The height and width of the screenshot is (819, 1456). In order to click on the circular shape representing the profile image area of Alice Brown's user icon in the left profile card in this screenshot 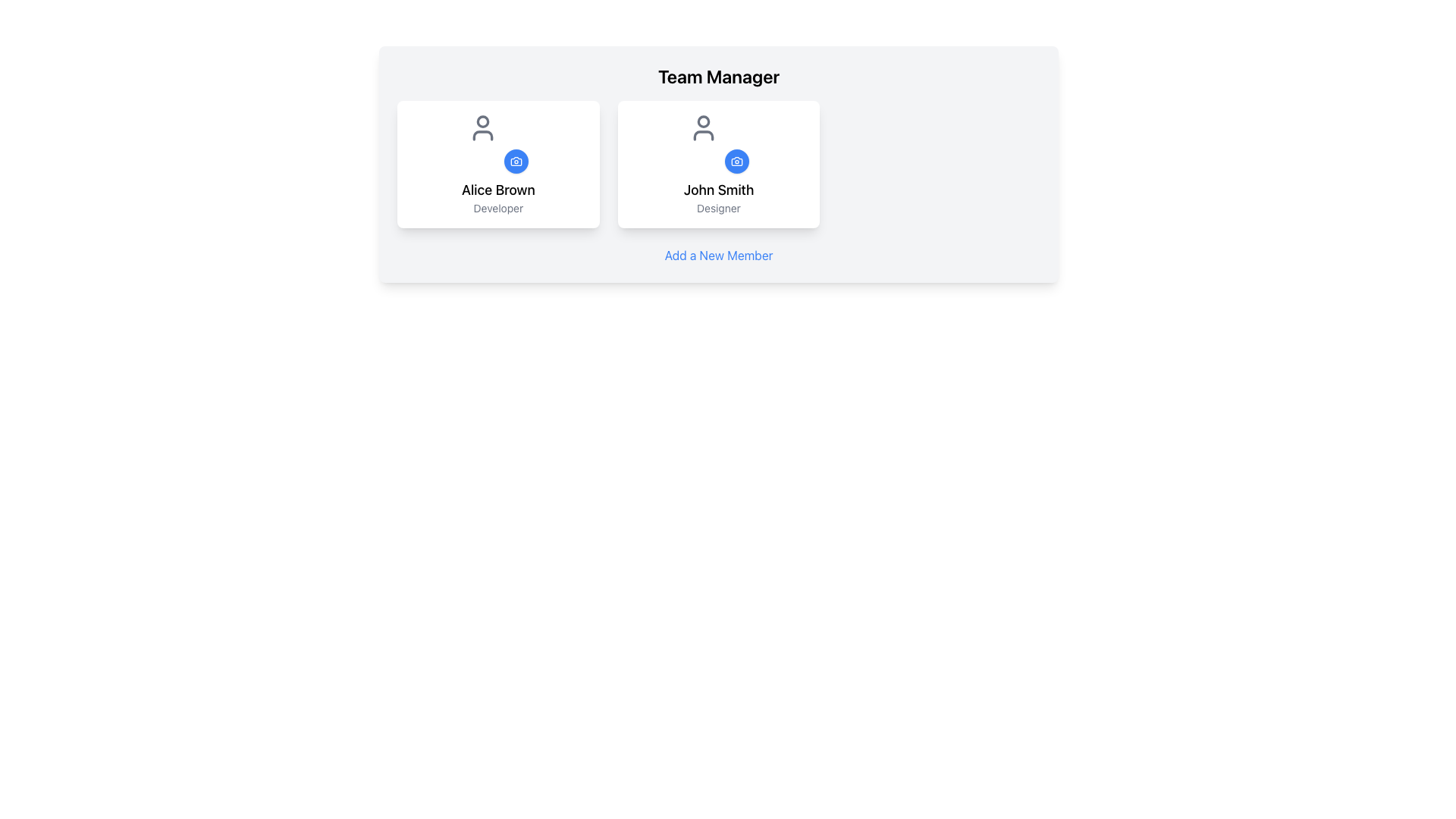, I will do `click(482, 121)`.